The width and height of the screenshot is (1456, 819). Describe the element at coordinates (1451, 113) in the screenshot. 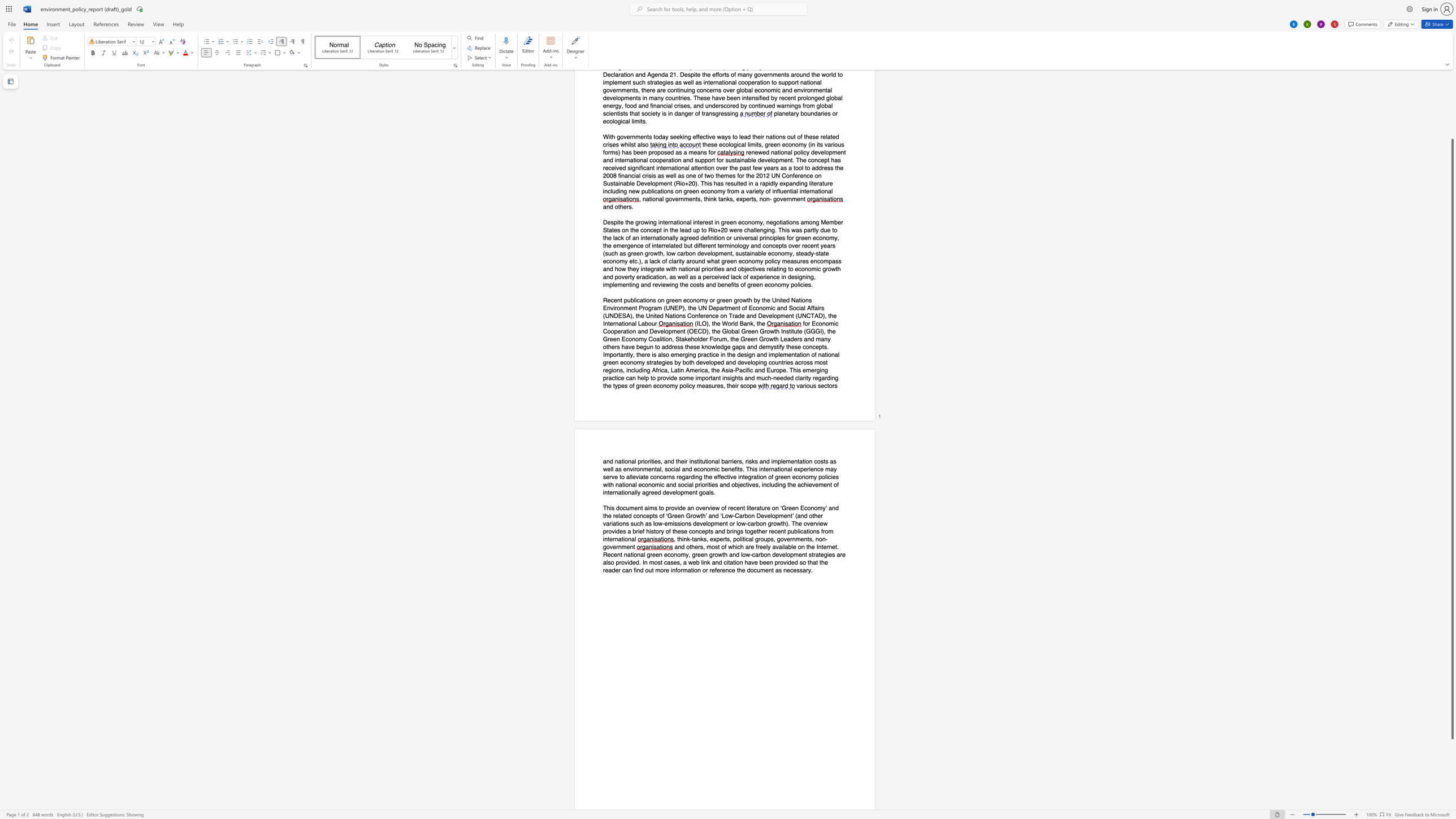

I see `the vertical scrollbar to raise the page content` at that location.